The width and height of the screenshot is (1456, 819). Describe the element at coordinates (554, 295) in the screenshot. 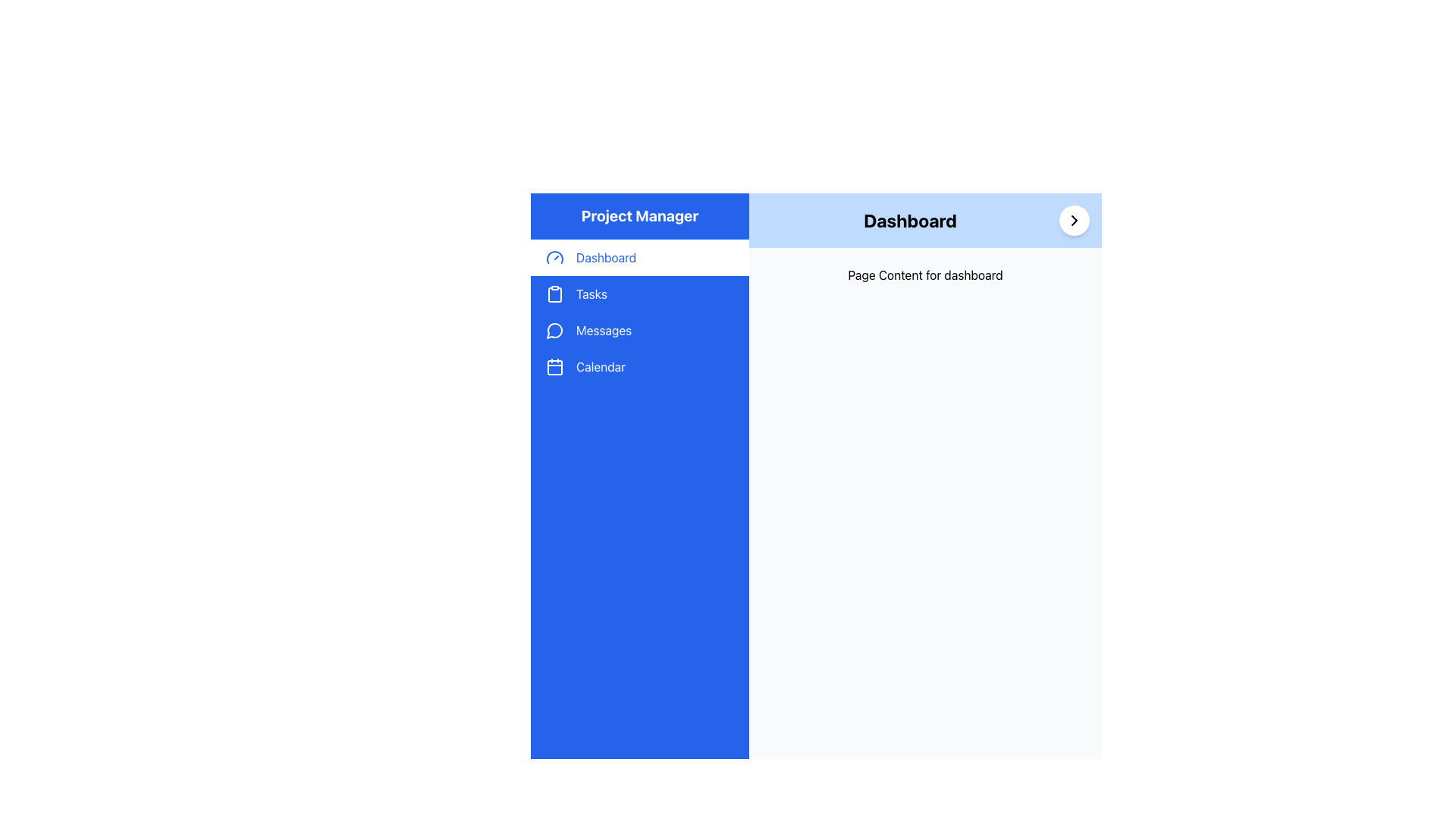

I see `the lower part of the clipboard icon associated with the 'Tasks' menu item in the main navigation panel` at that location.